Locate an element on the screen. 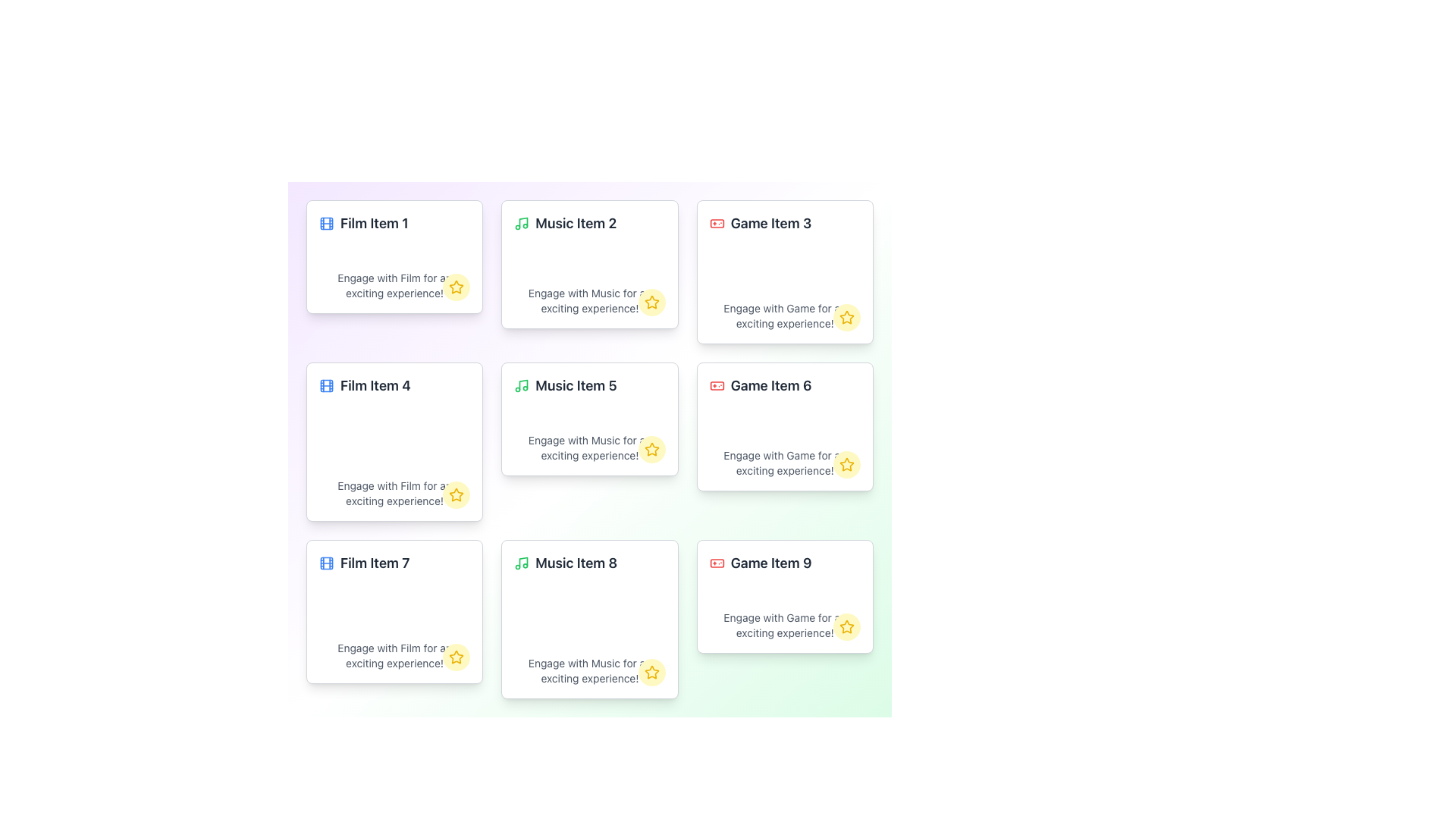 This screenshot has height=819, width=1456. the text label displaying 'Engage with Film for an exciting experience!' located in the card labeled 'Film Item 4' in the grid layout is located at coordinates (394, 494).